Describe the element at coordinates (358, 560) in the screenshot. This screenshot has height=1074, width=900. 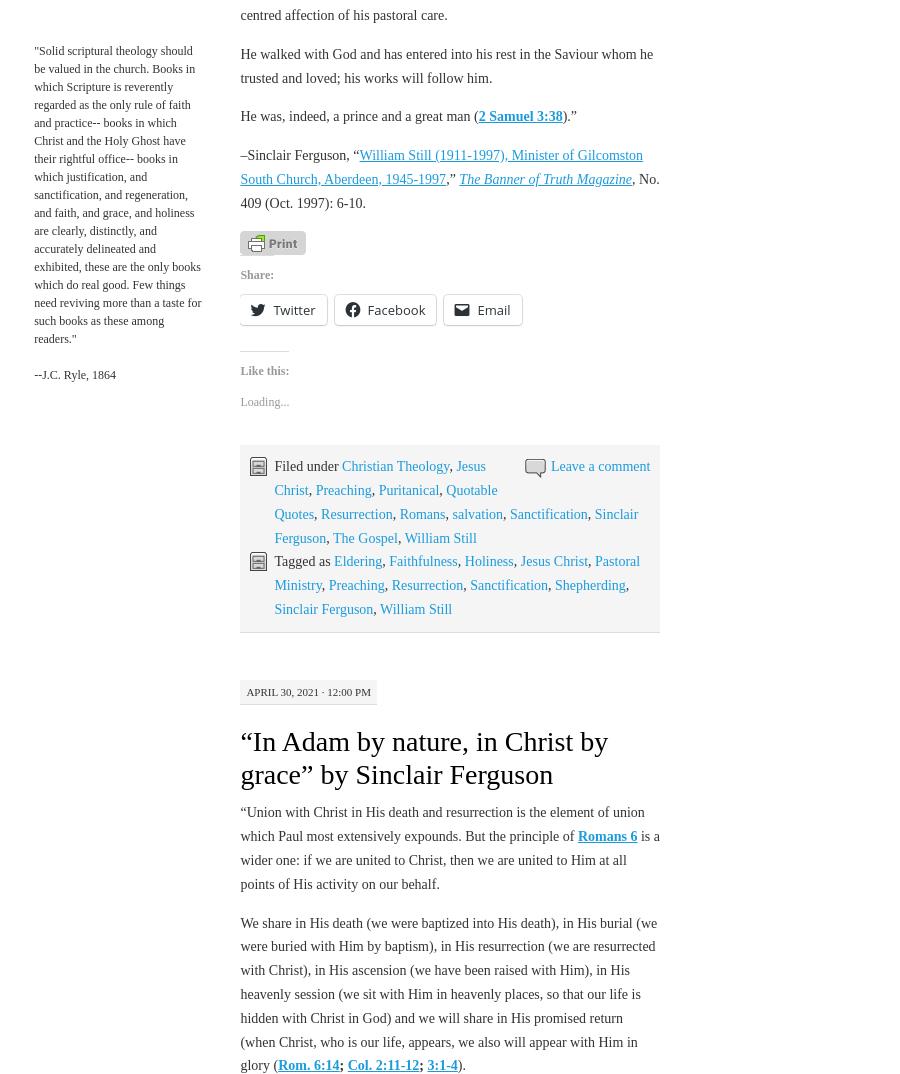
I see `'Eldering'` at that location.